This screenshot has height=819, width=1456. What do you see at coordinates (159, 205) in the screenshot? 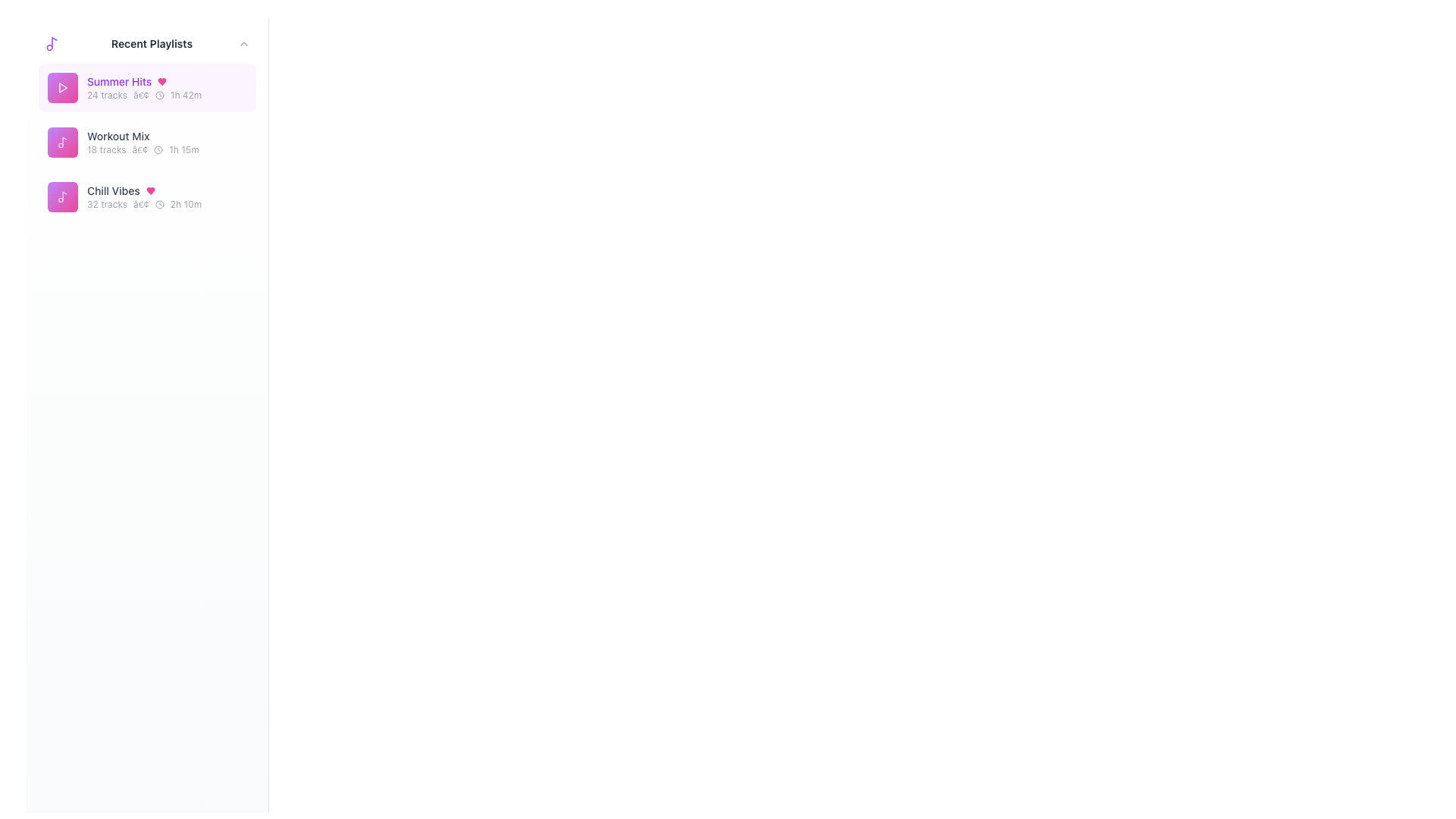
I see `the central circular decorative element of the clock-like icon in the third entry of the 'Recent Playlists' section, next to the '2h 10m' duration of the 'Chill Vibes' playlist` at bounding box center [159, 205].